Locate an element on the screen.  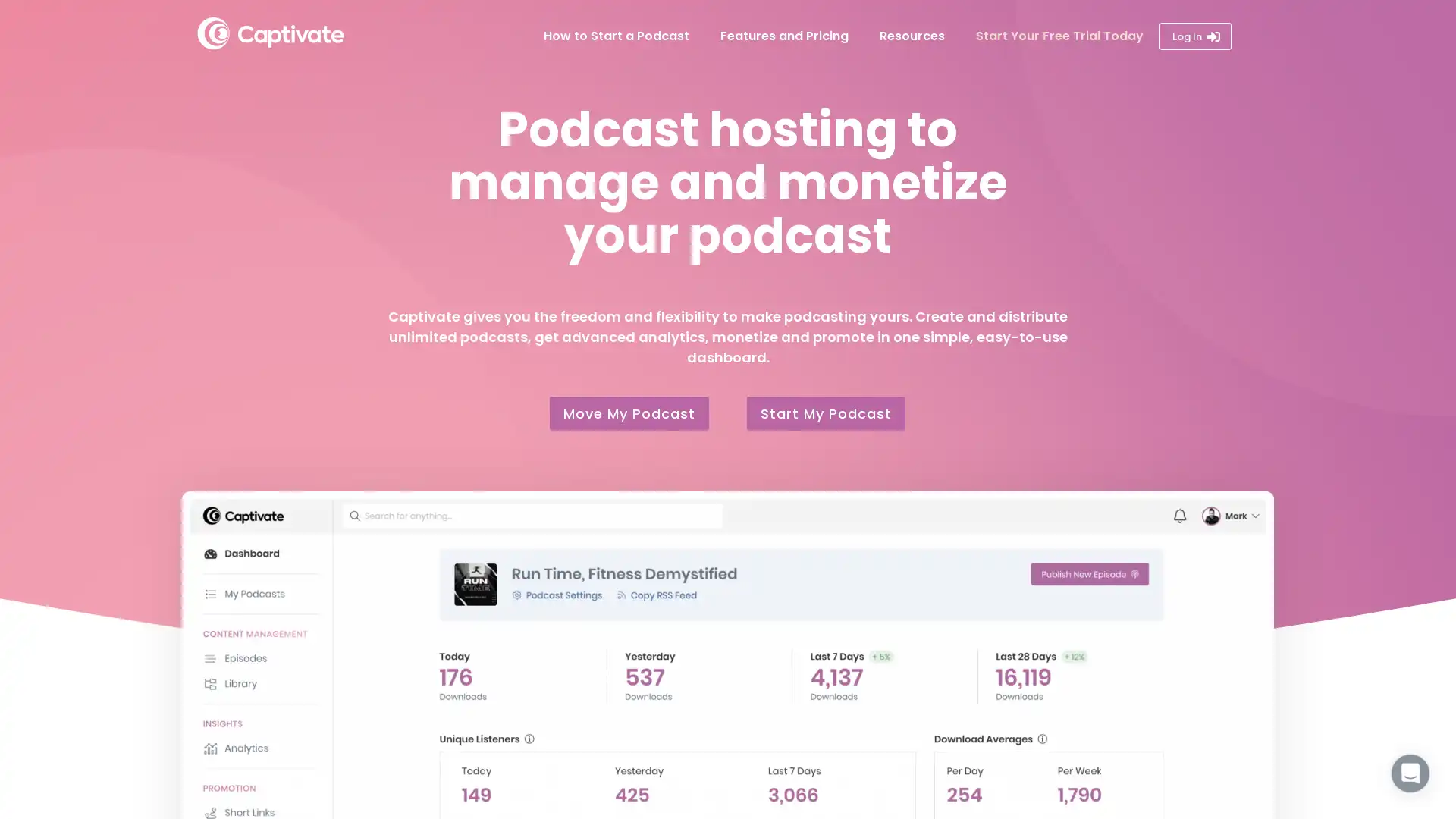
Open Intercom Messenger is located at coordinates (1410, 773).